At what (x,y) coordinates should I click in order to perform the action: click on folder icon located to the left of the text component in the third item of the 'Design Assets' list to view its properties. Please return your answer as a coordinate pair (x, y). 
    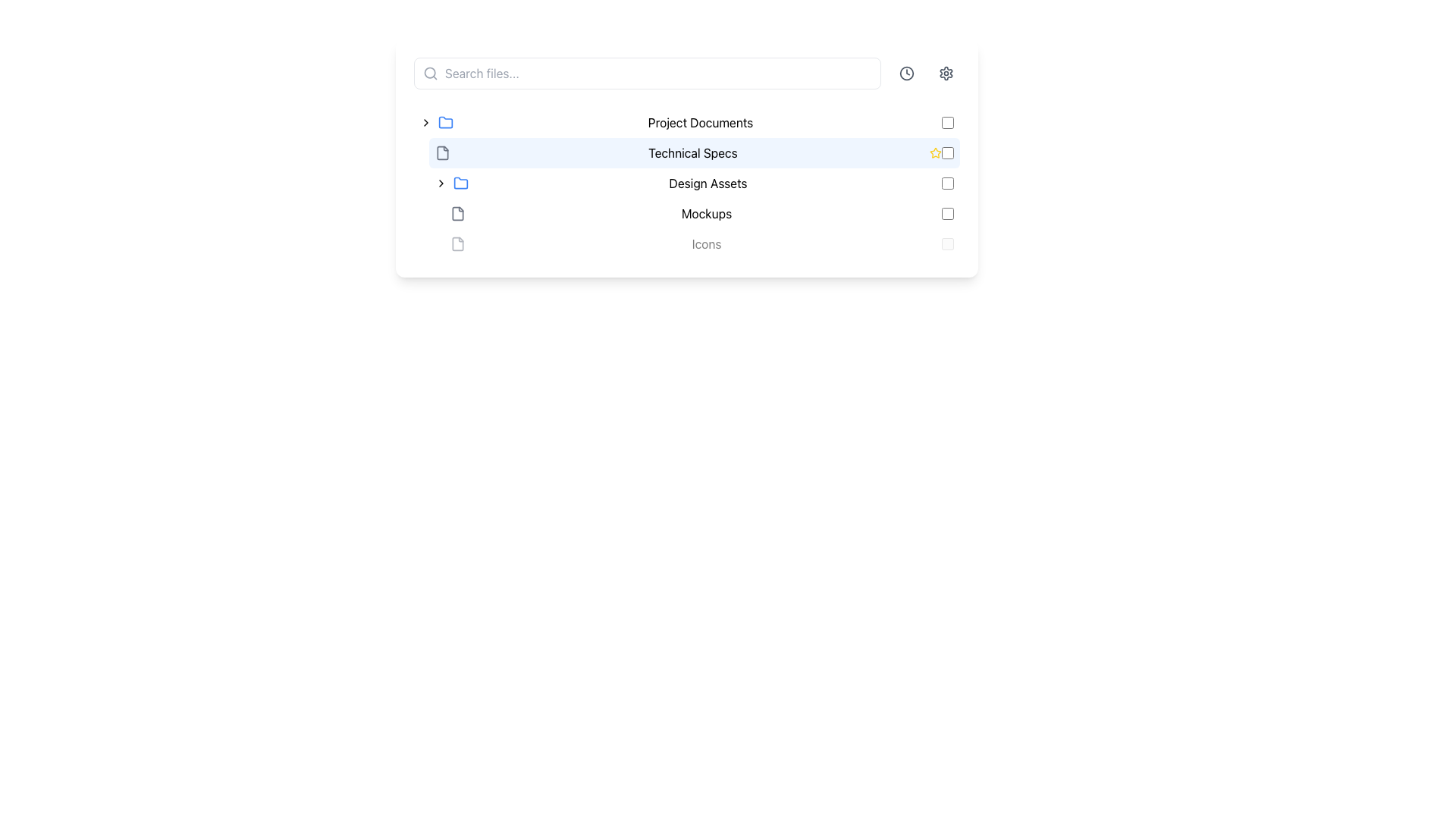
    Looking at the image, I should click on (460, 183).